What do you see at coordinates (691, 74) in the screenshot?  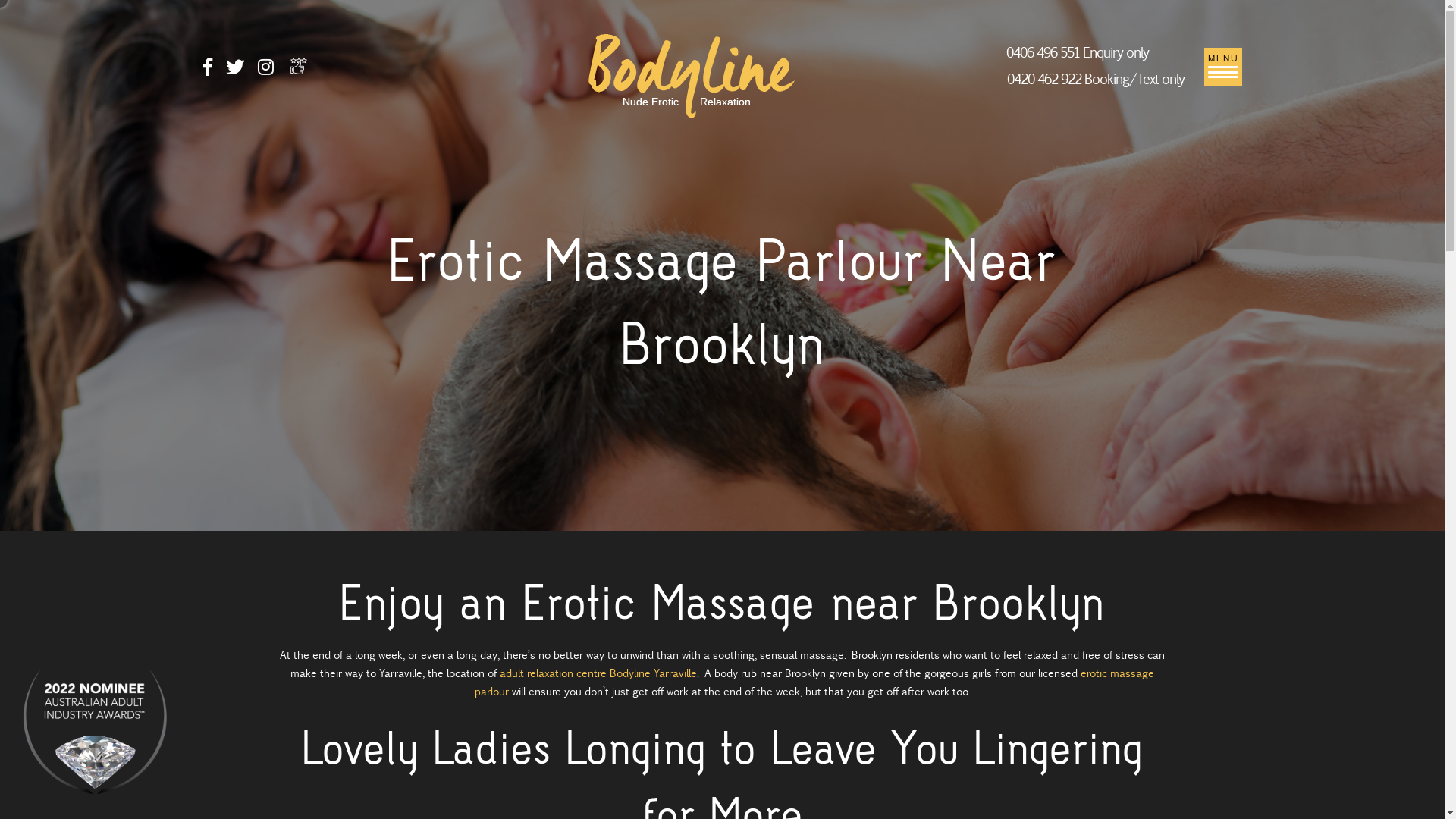 I see `'Bodyline Yarraville'` at bounding box center [691, 74].